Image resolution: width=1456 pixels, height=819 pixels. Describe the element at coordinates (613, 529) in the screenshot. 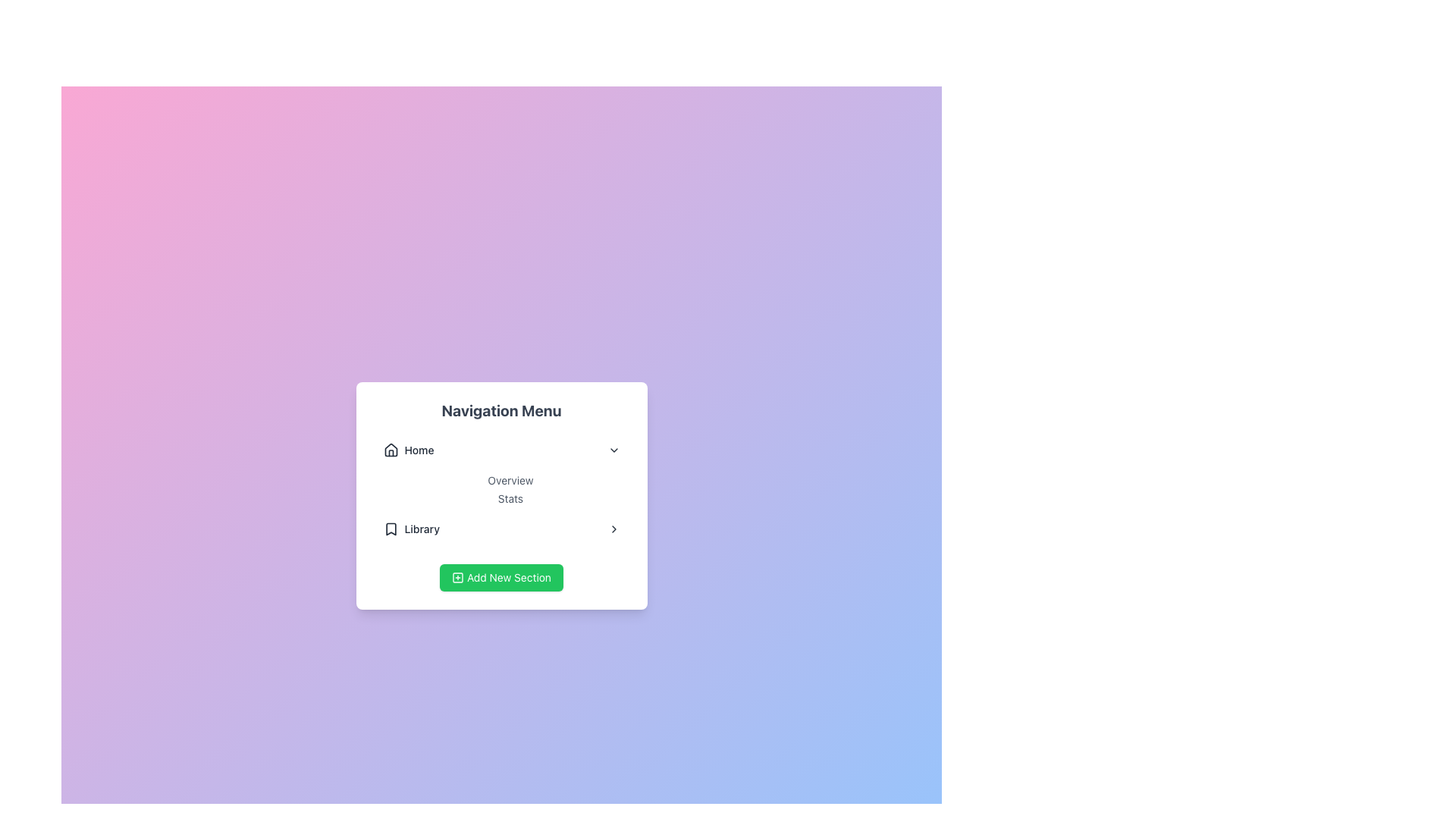

I see `the small right-pointing arrow icon in the 'Library' section` at that location.